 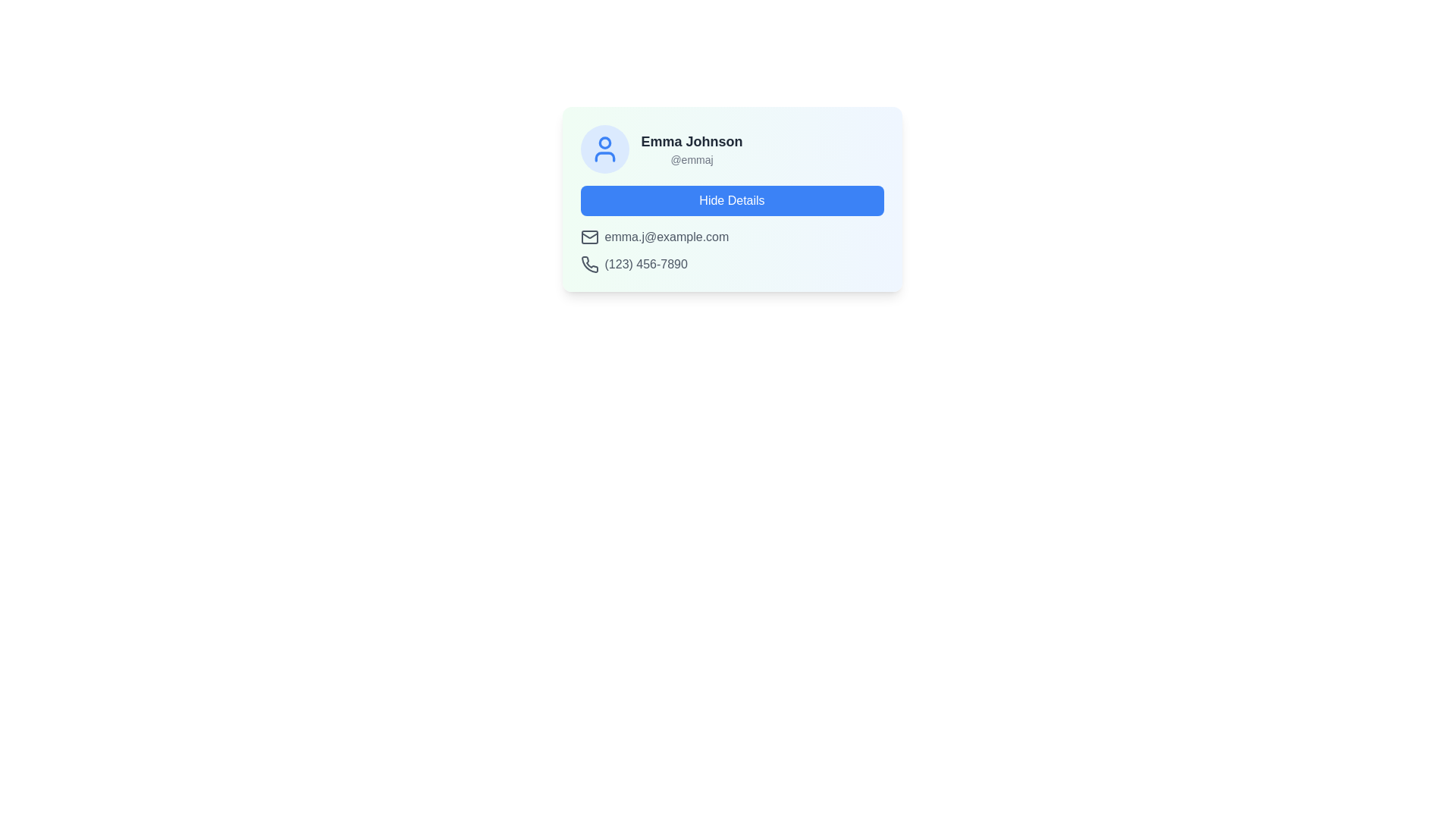 I want to click on the static text displaying '(123) 456-7890', which is styled in gray and positioned adjacent to a phone icon, so click(x=646, y=263).